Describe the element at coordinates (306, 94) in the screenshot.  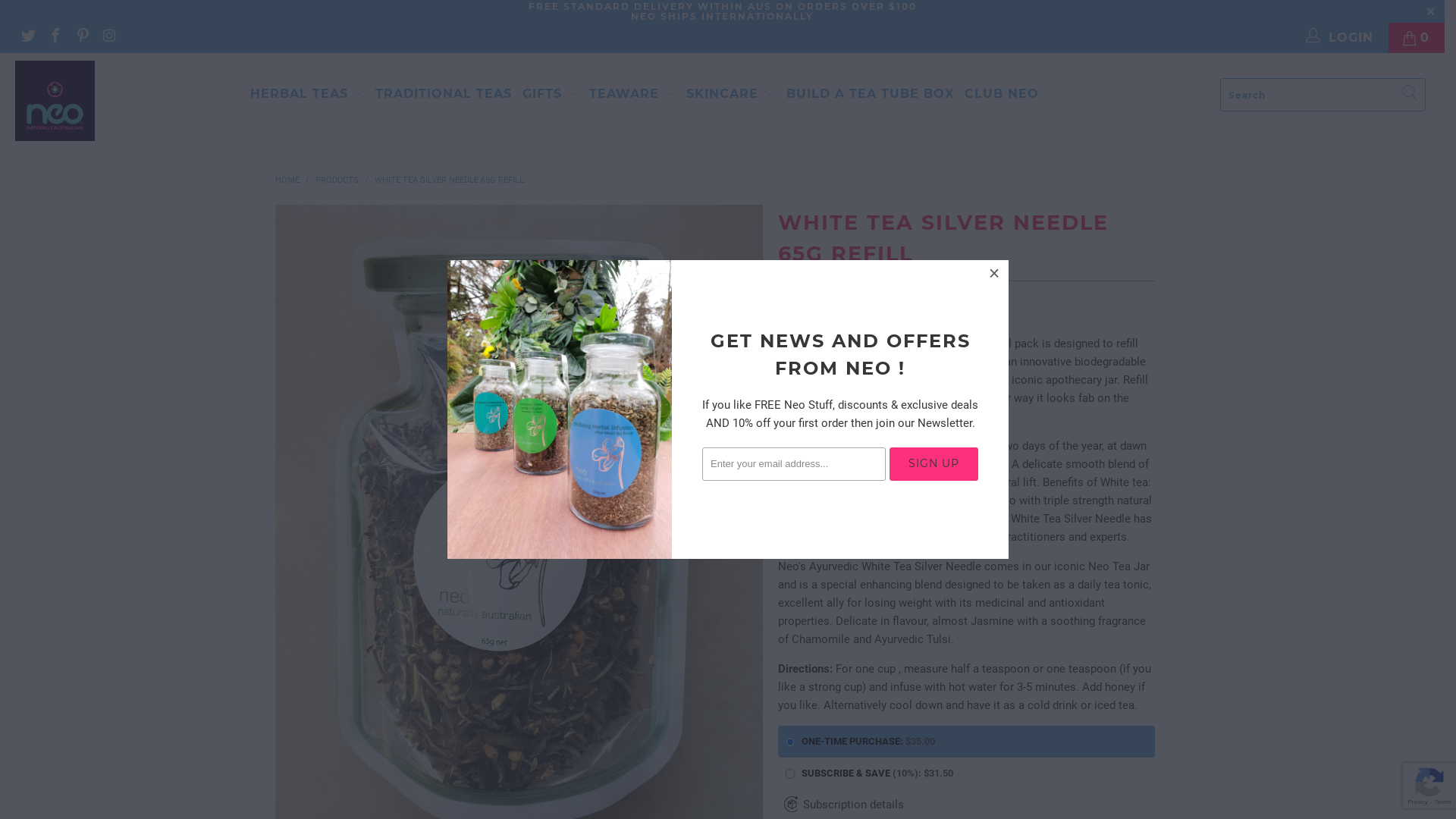
I see `'HERBAL TEAS'` at that location.